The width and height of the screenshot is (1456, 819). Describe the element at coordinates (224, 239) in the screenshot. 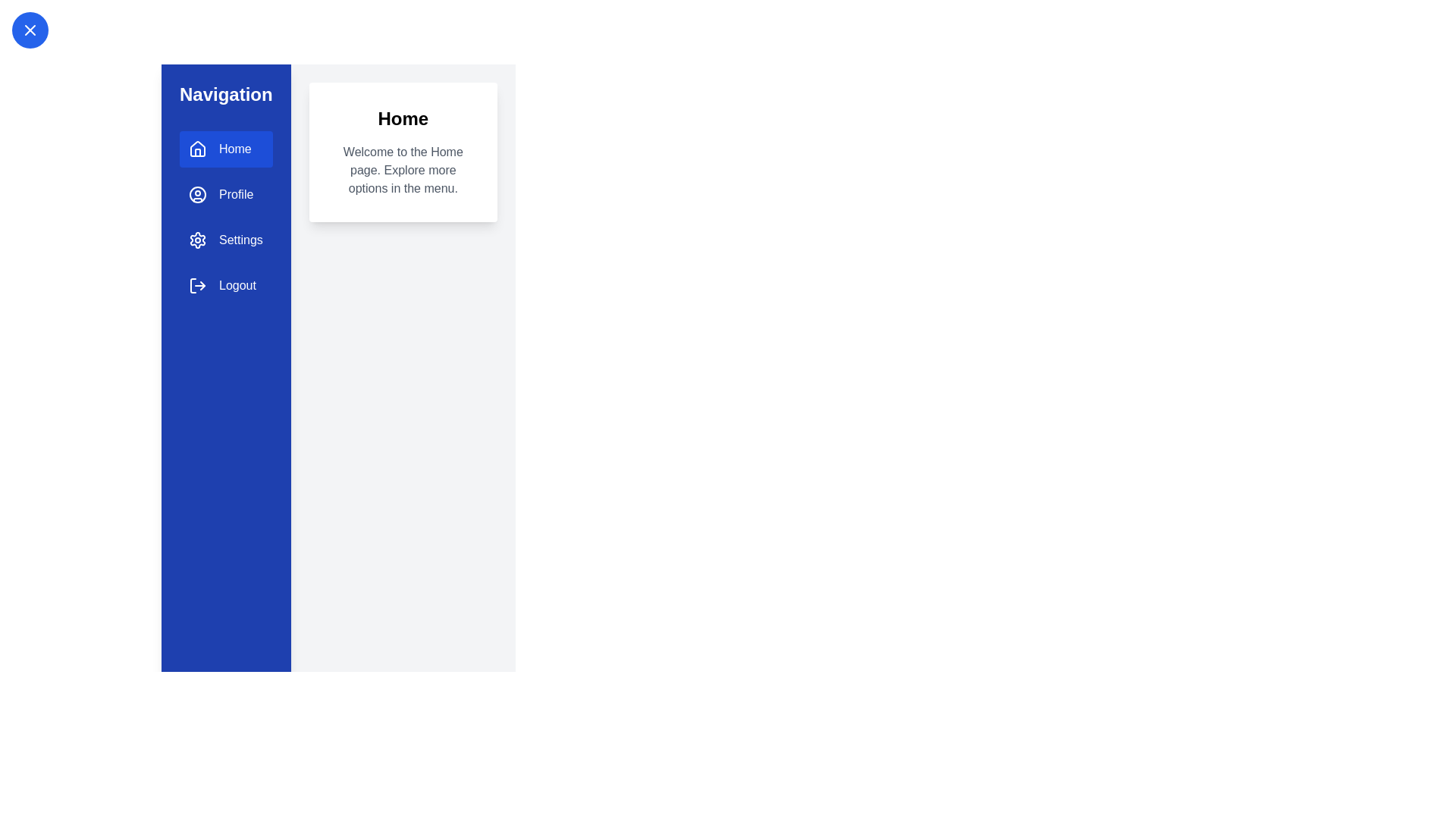

I see `the navigation option Settings to trigger its visual effect` at that location.